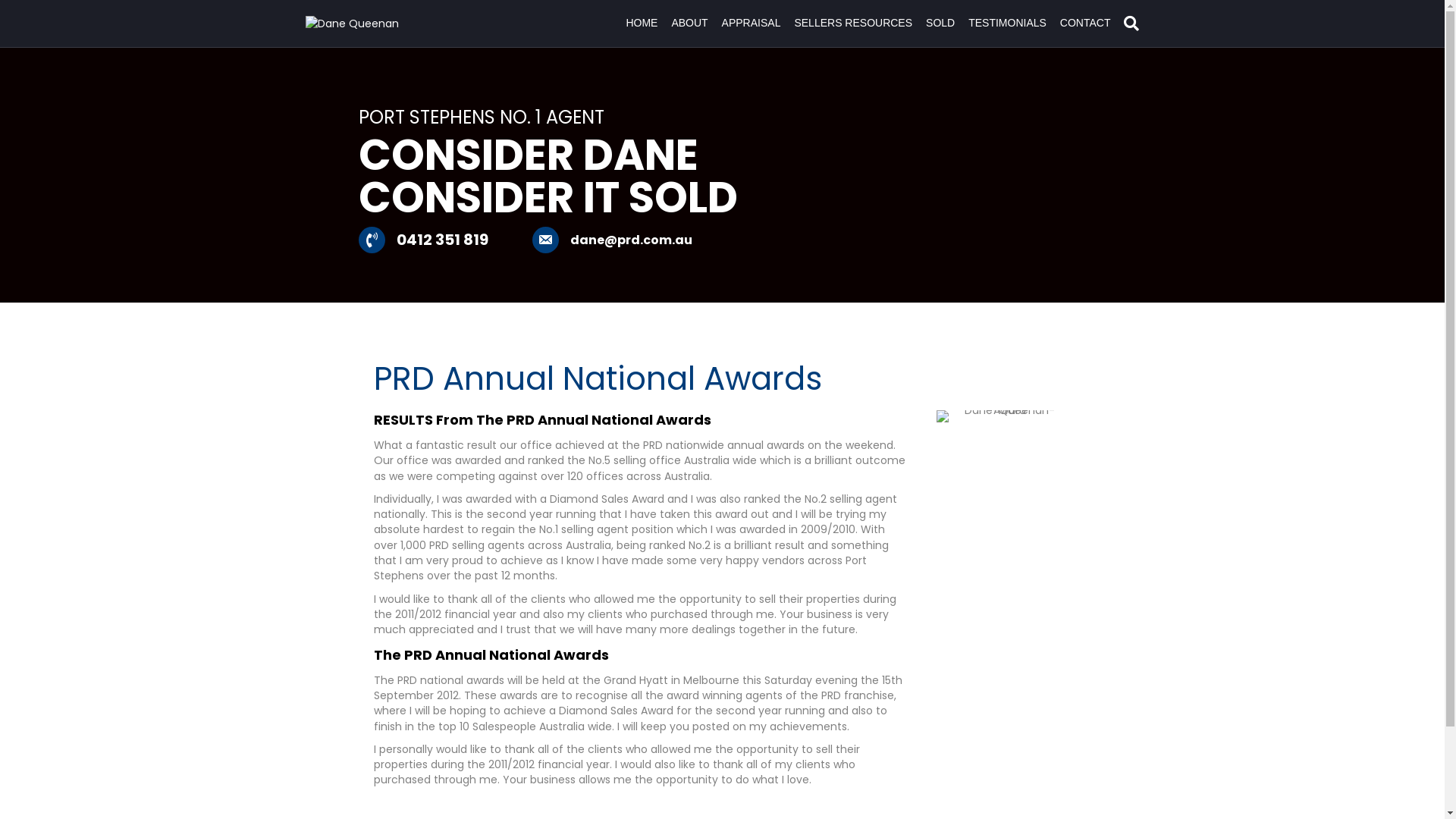 The image size is (1456, 819). I want to click on 'SELLERS RESOURCES', so click(786, 23).